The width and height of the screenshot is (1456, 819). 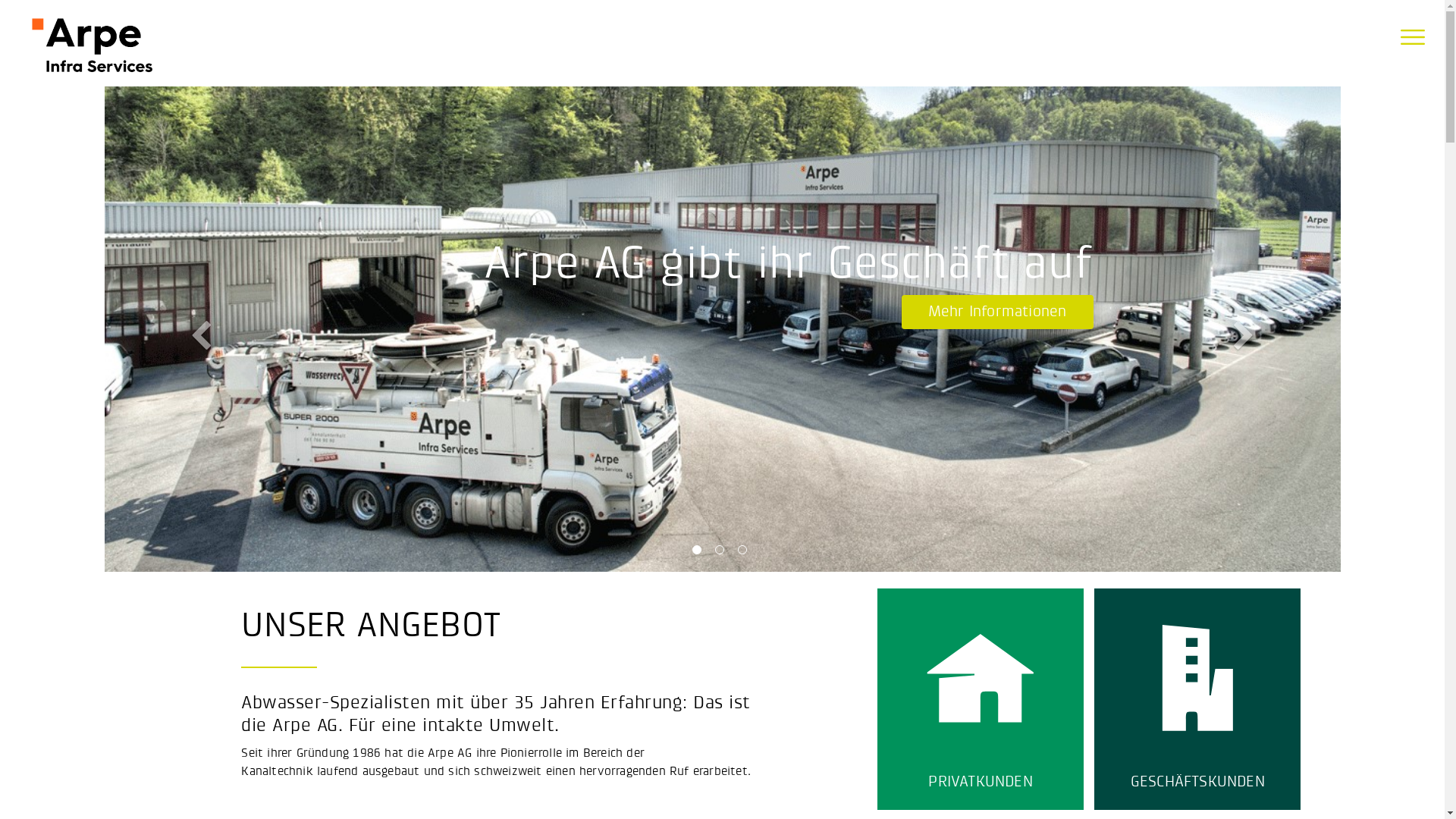 What do you see at coordinates (691, 553) in the screenshot?
I see `'1'` at bounding box center [691, 553].